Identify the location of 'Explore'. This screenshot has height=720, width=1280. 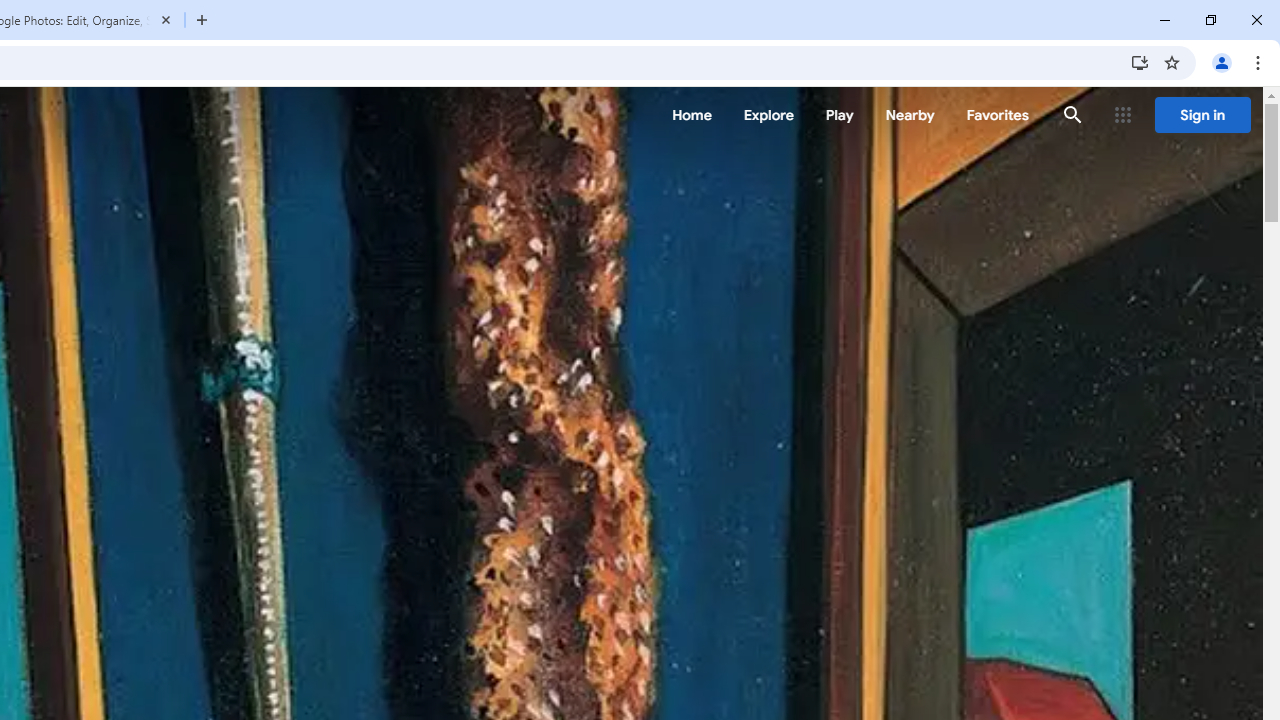
(767, 115).